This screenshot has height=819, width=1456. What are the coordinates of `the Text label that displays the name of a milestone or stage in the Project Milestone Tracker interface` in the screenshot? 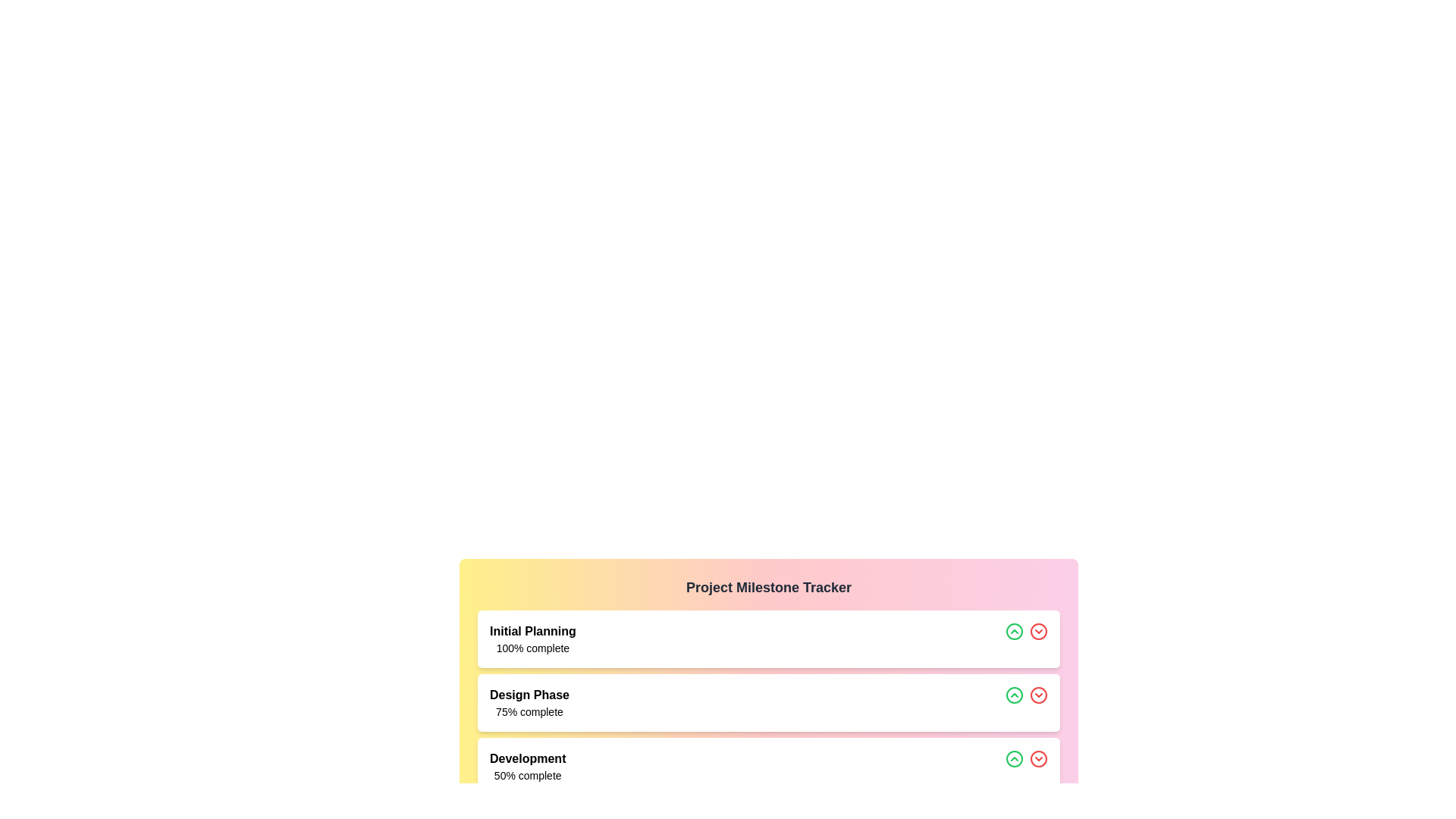 It's located at (532, 632).